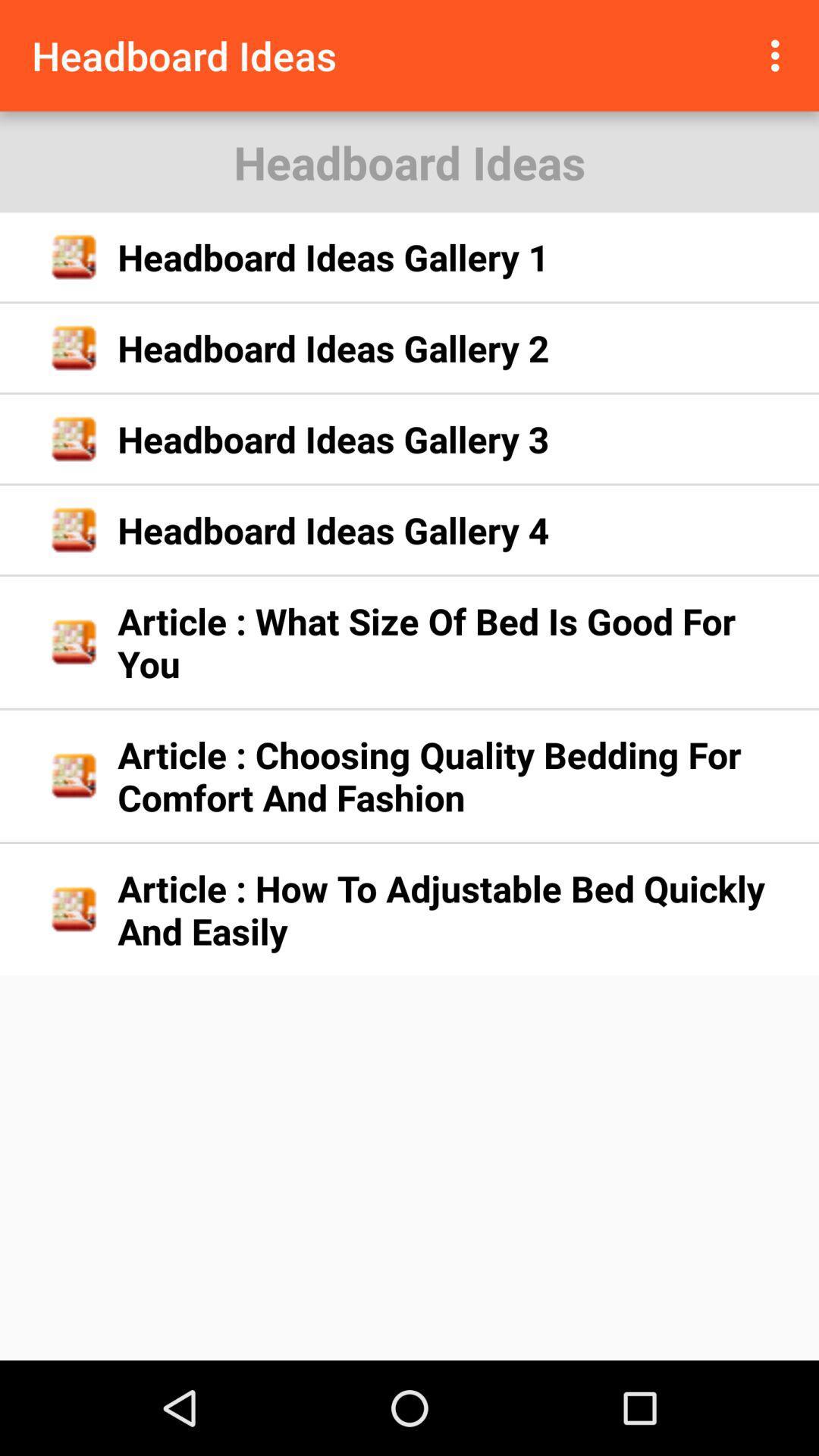 The width and height of the screenshot is (819, 1456). Describe the element at coordinates (779, 55) in the screenshot. I see `the item above headboard ideas icon` at that location.